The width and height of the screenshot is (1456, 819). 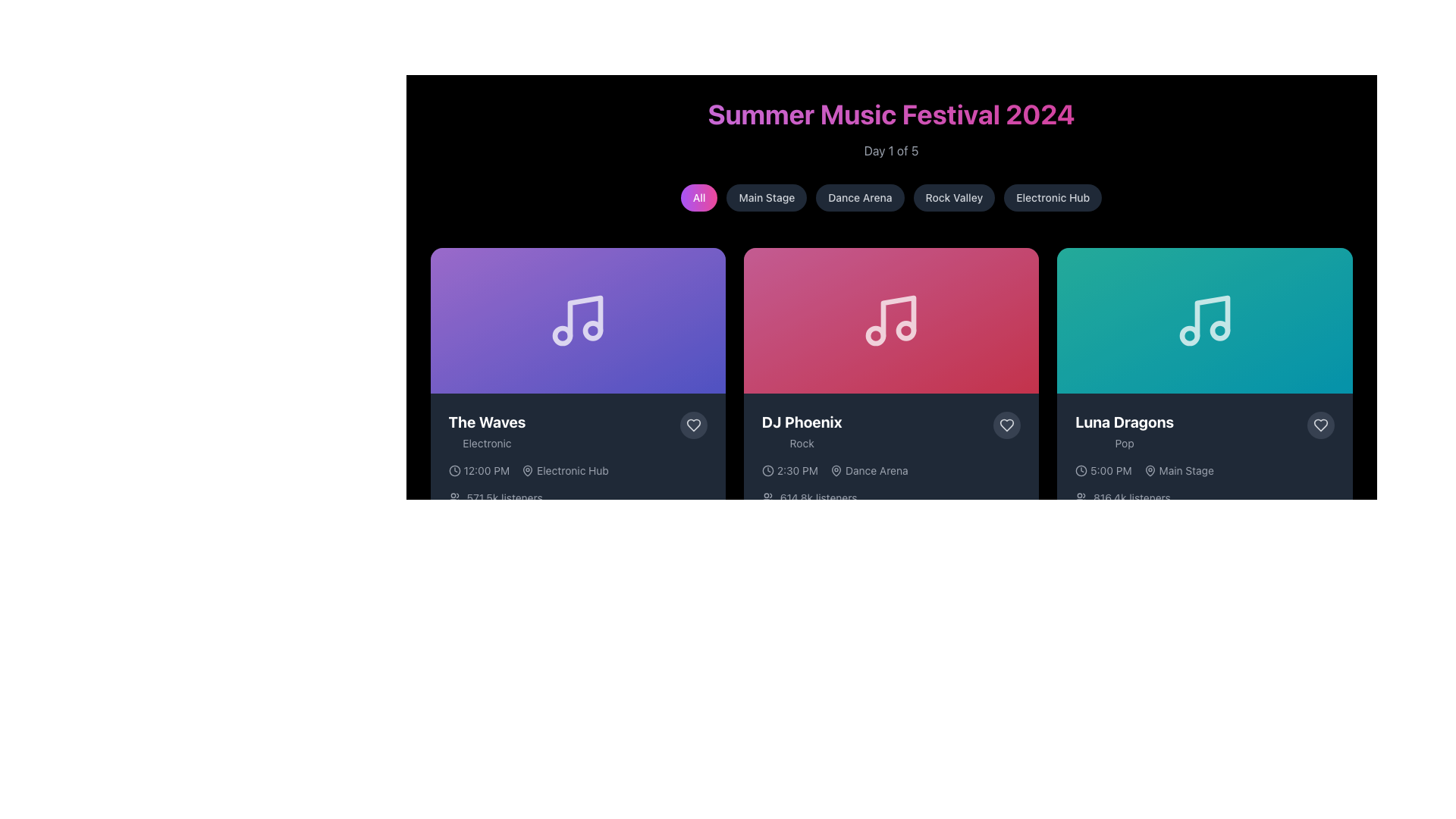 What do you see at coordinates (1007, 425) in the screenshot?
I see `the circular button with a heart icon located in the top-right corner of the 'DJ Phoenix' card` at bounding box center [1007, 425].